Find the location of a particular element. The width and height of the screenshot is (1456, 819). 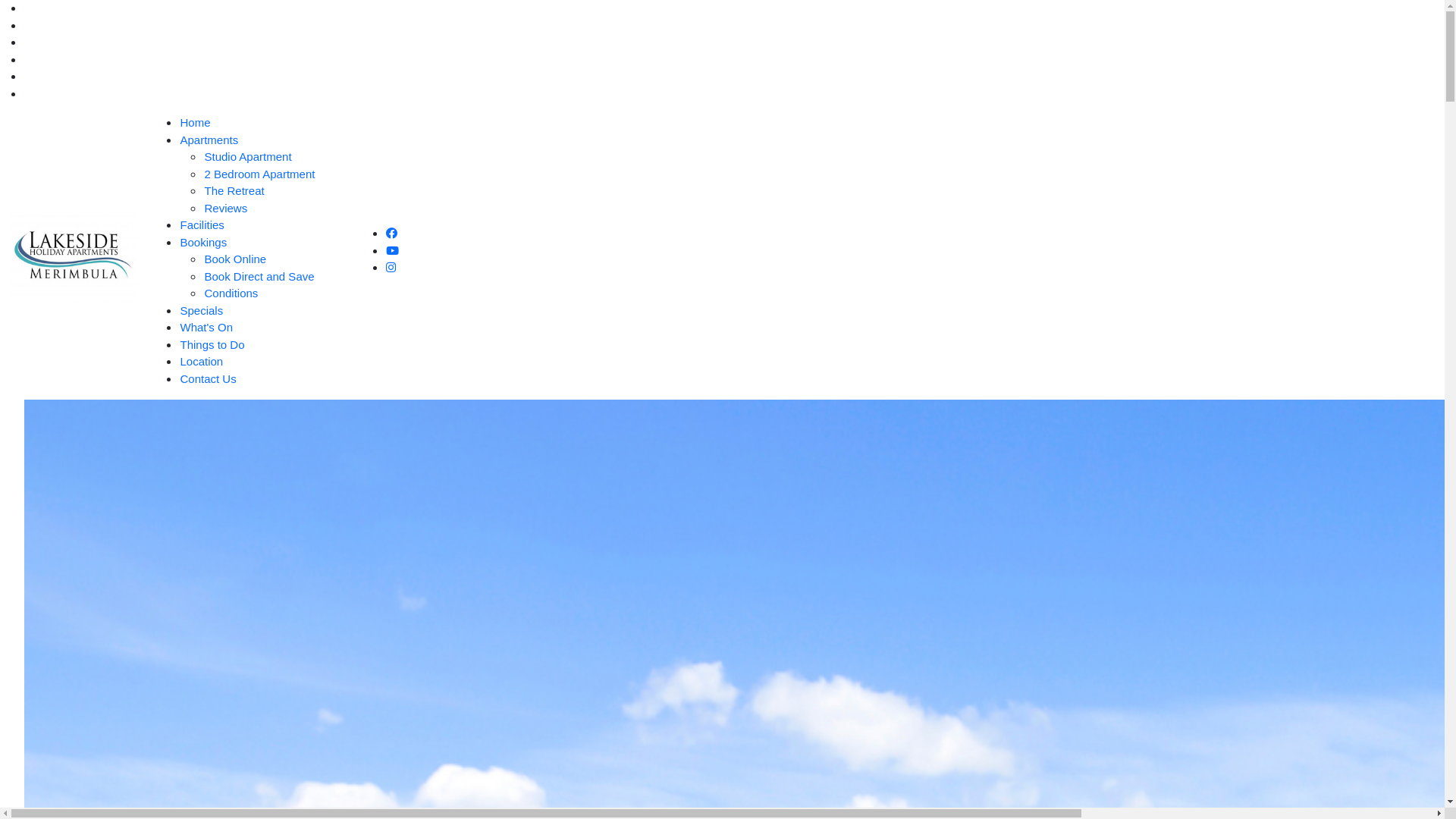

'Contact Us' is located at coordinates (206, 377).